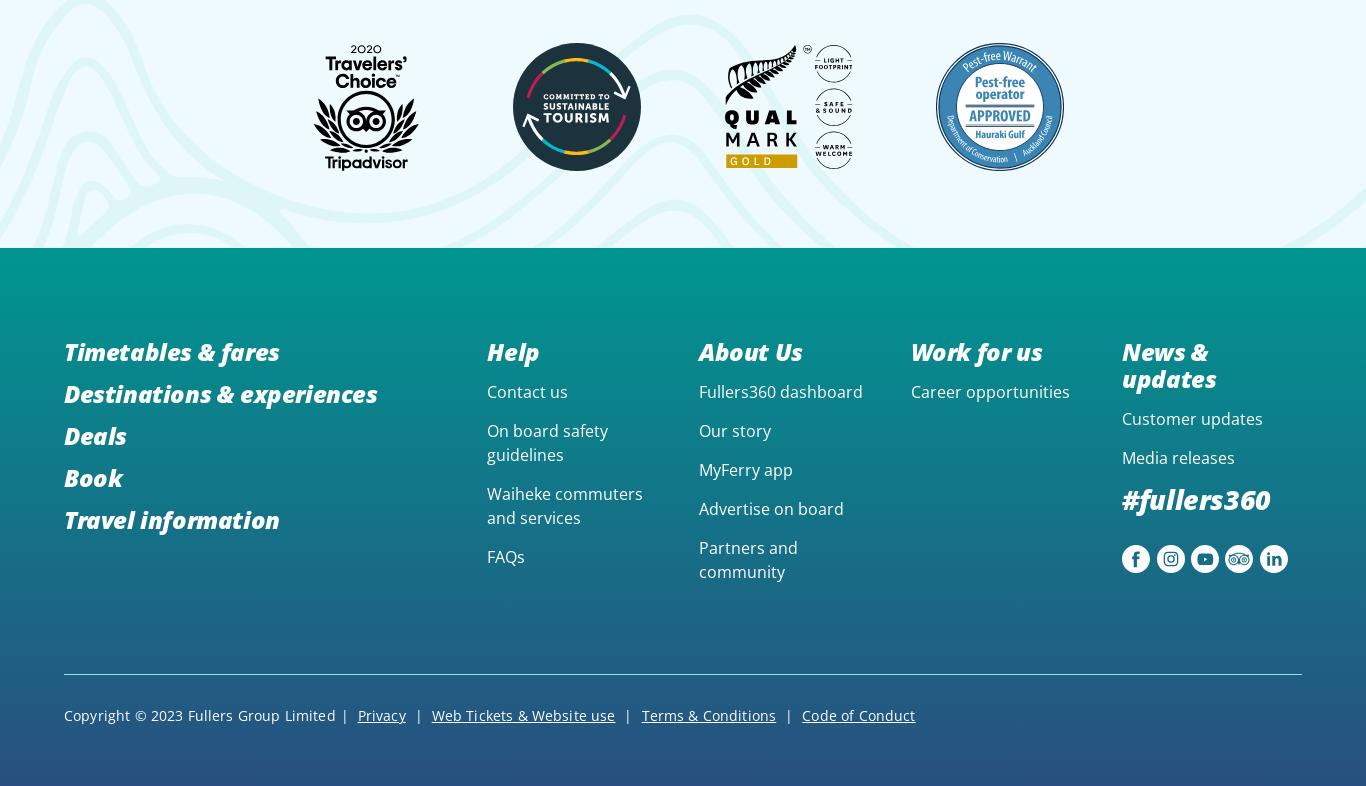 The height and width of the screenshot is (786, 1366). What do you see at coordinates (93, 476) in the screenshot?
I see `'Book'` at bounding box center [93, 476].